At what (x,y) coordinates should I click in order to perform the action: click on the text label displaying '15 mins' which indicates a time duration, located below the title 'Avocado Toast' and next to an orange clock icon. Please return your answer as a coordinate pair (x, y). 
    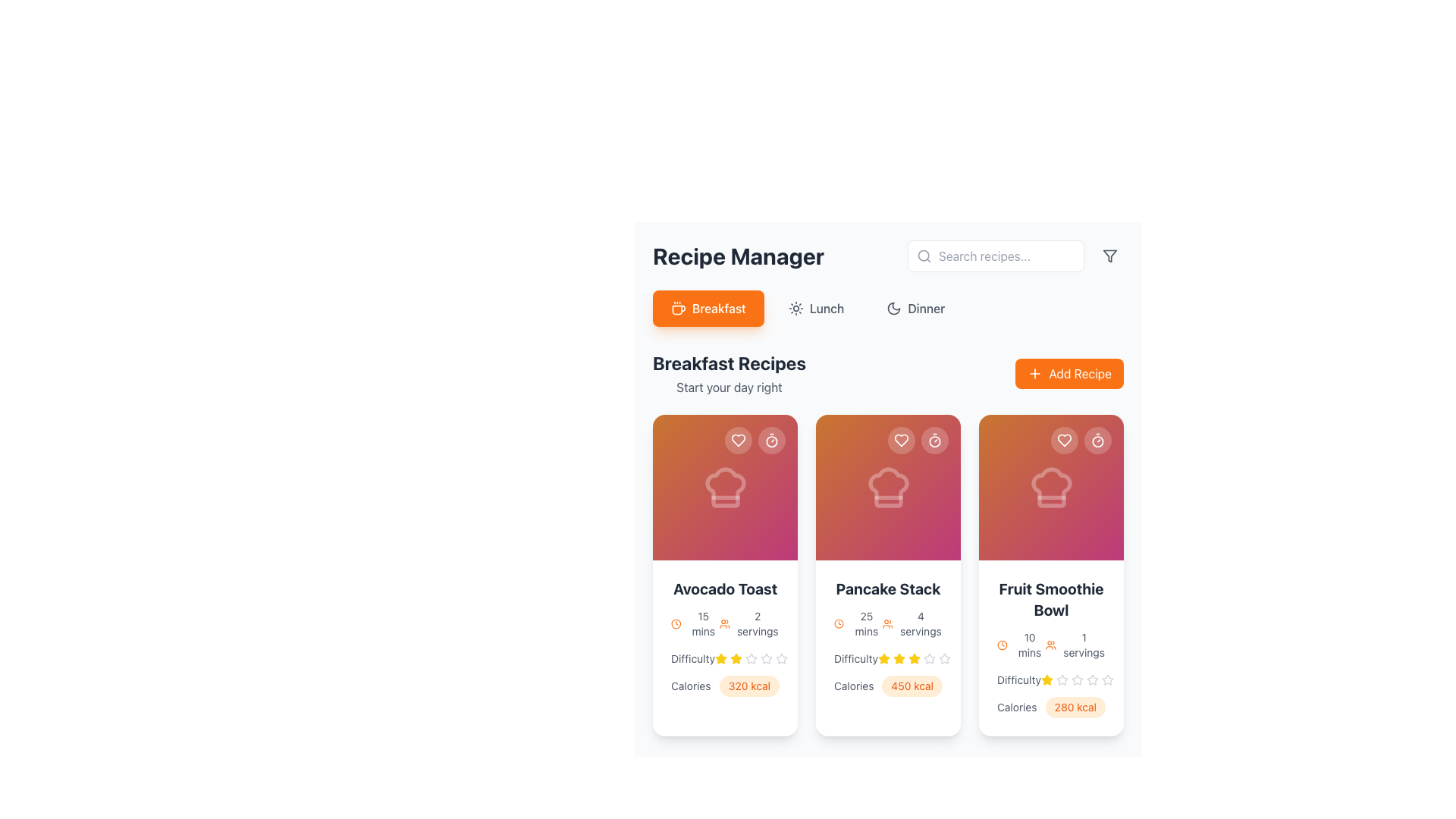
    Looking at the image, I should click on (694, 623).